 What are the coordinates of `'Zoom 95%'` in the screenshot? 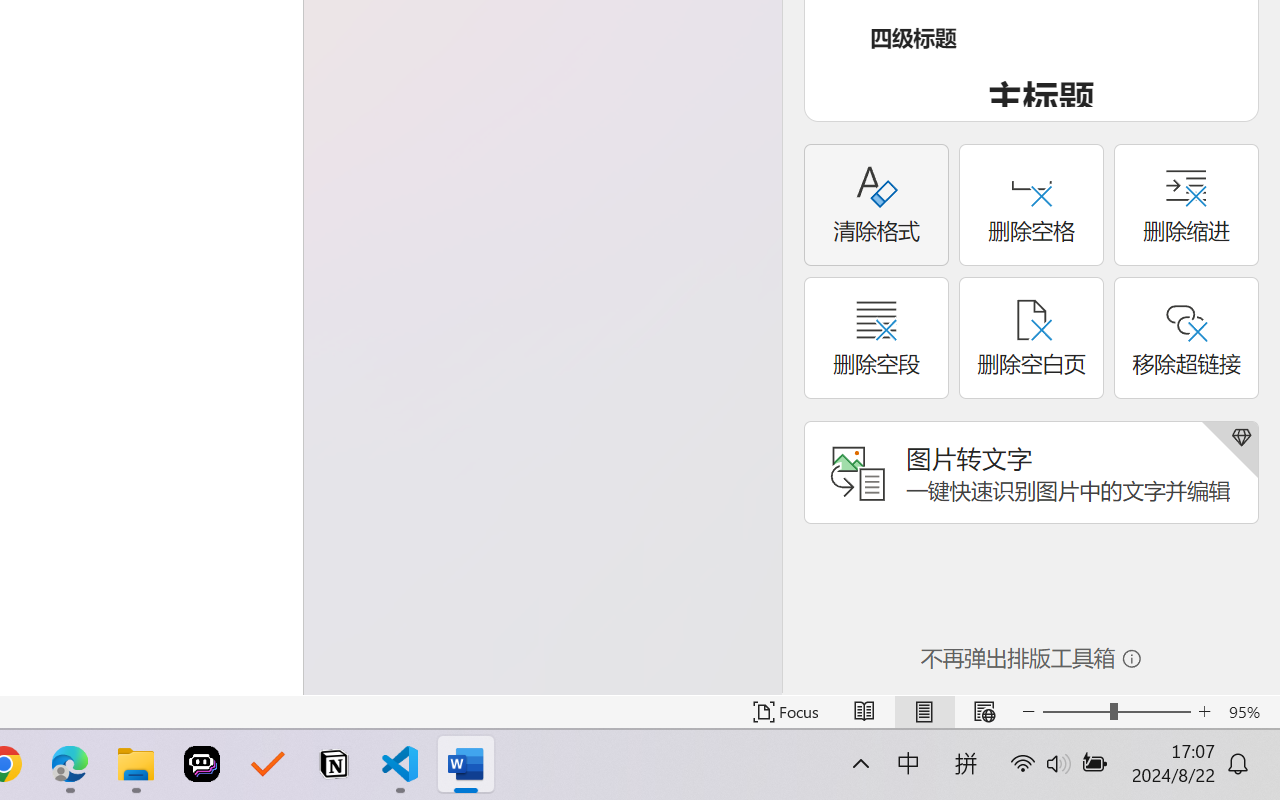 It's located at (1248, 711).